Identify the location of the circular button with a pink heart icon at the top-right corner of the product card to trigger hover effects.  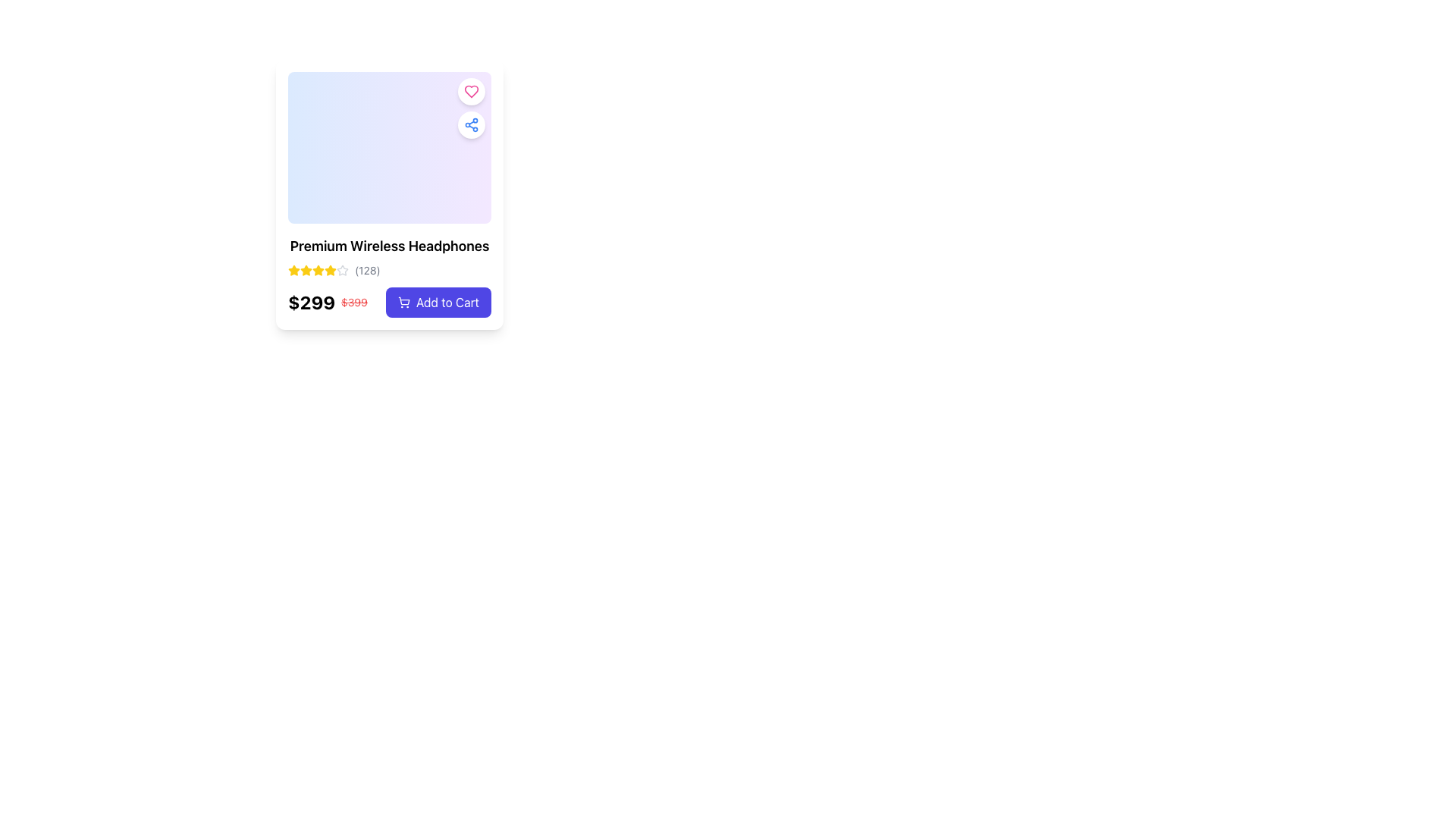
(471, 91).